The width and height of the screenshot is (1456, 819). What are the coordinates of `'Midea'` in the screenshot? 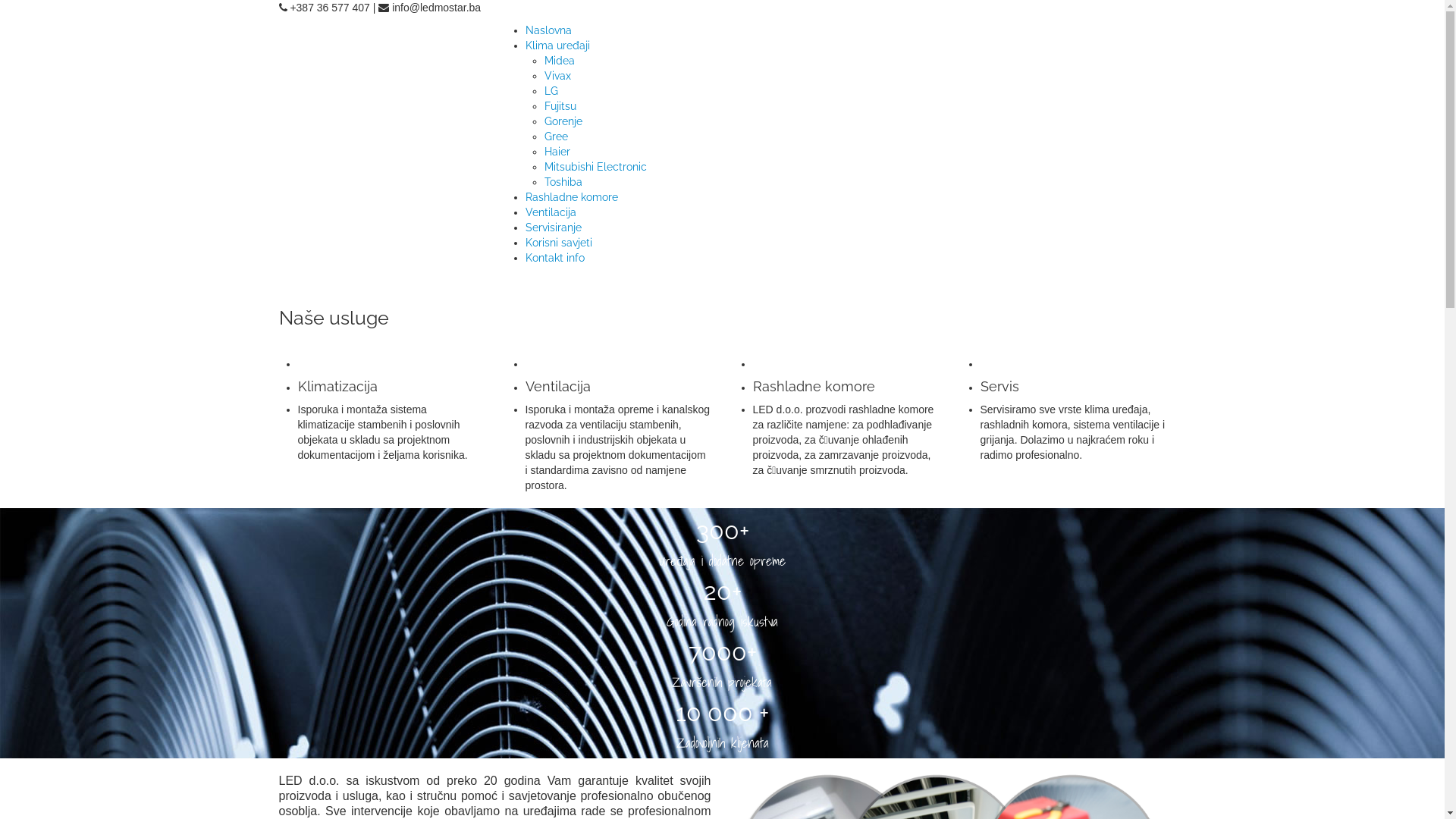 It's located at (559, 60).